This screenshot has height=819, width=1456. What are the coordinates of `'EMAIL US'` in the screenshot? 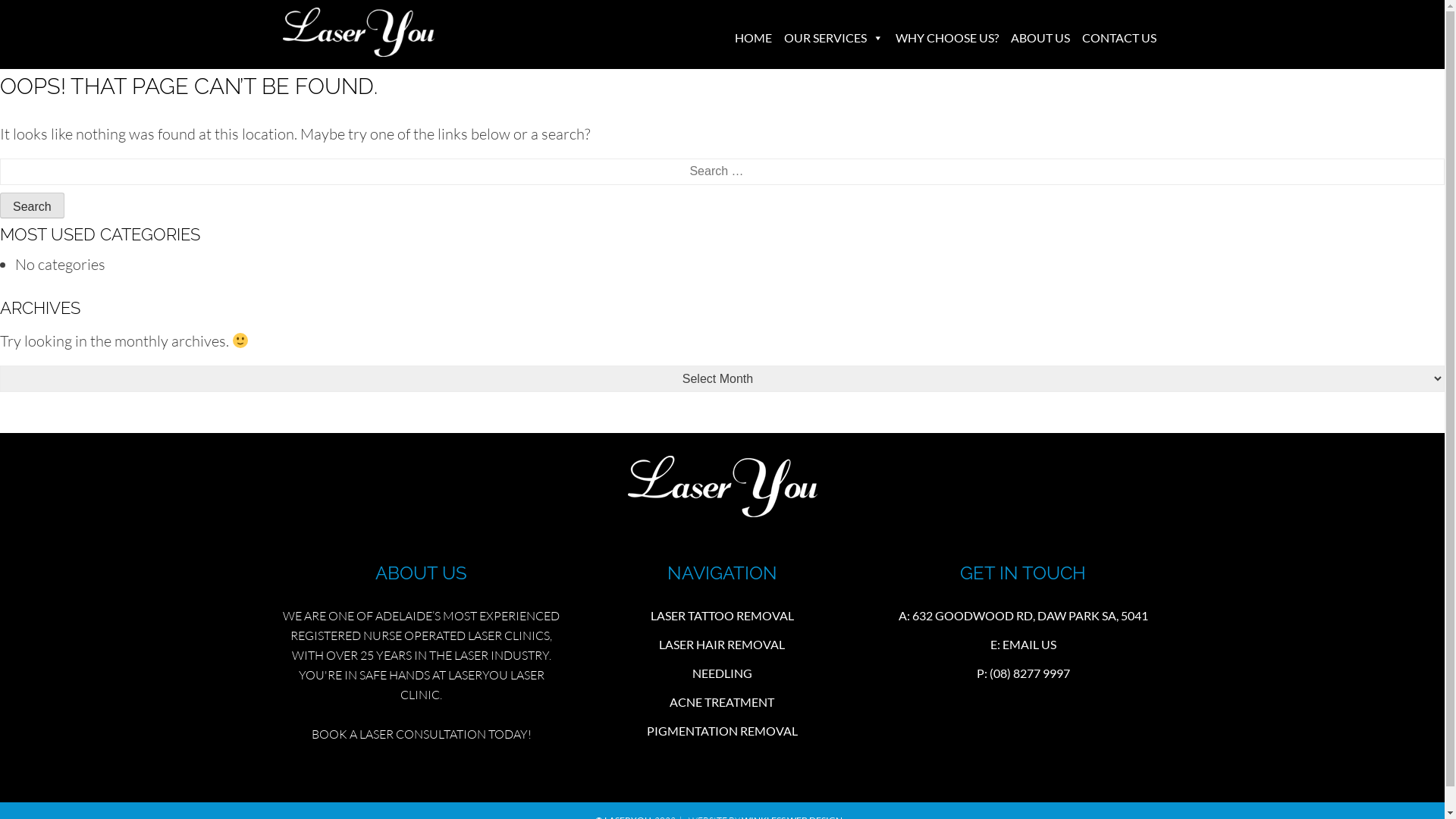 It's located at (1002, 644).